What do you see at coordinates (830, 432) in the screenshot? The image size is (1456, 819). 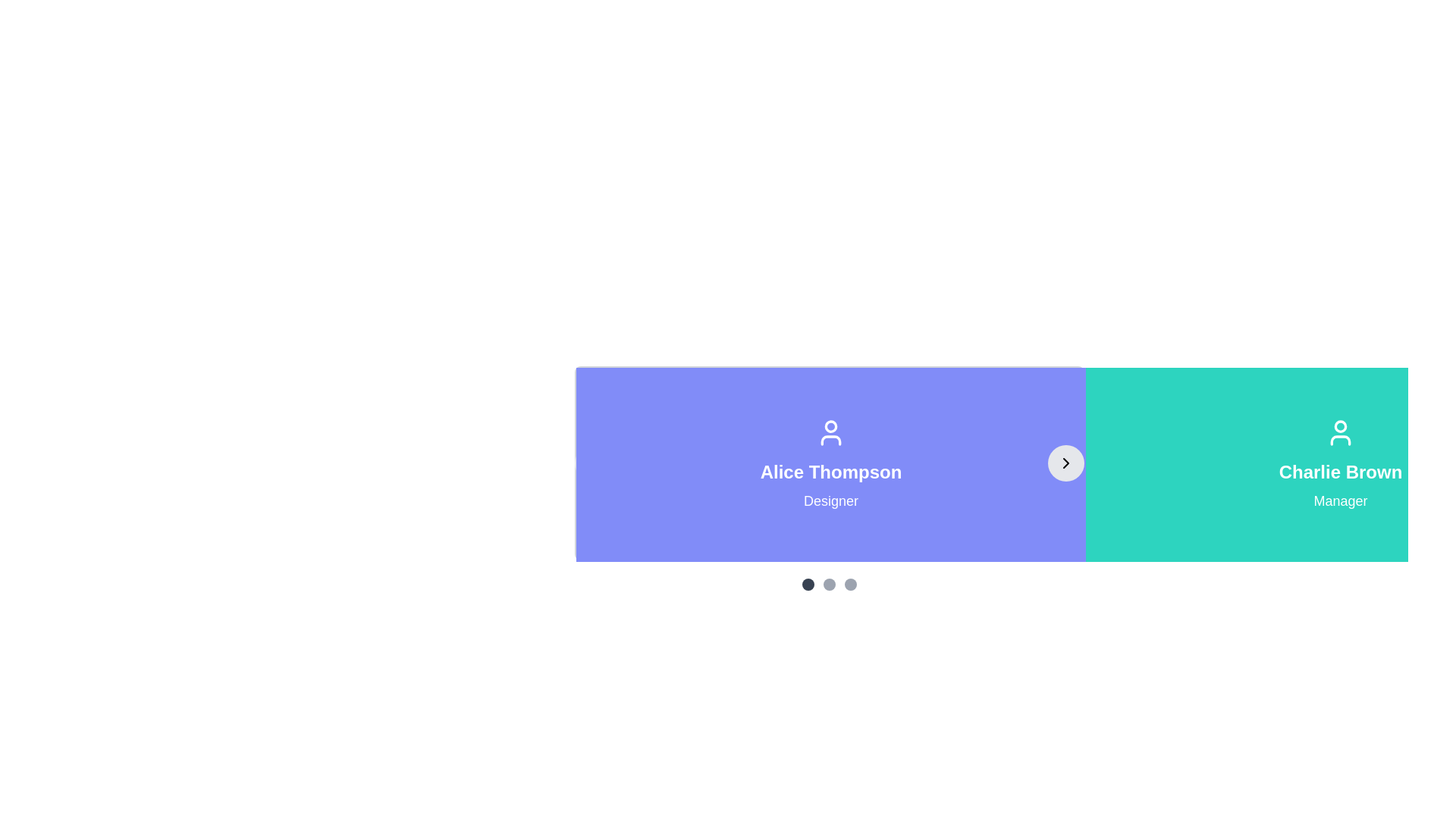 I see `the user profile icon located in the top-center area of the blue panel, positioned above the text 'Alice Thompson' and 'Designer'` at bounding box center [830, 432].